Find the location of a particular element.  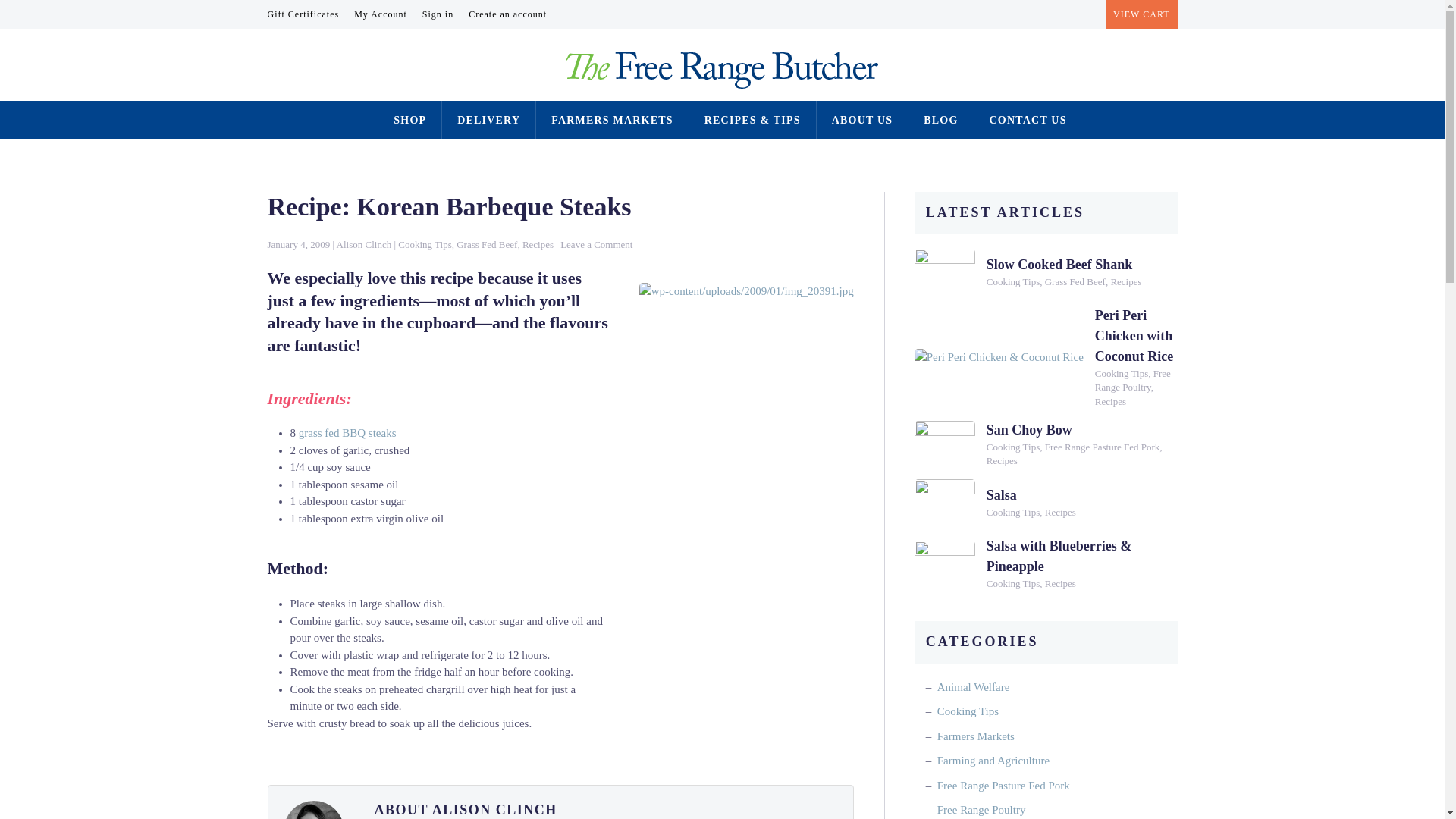

'San Choy Bow' is located at coordinates (1029, 430).